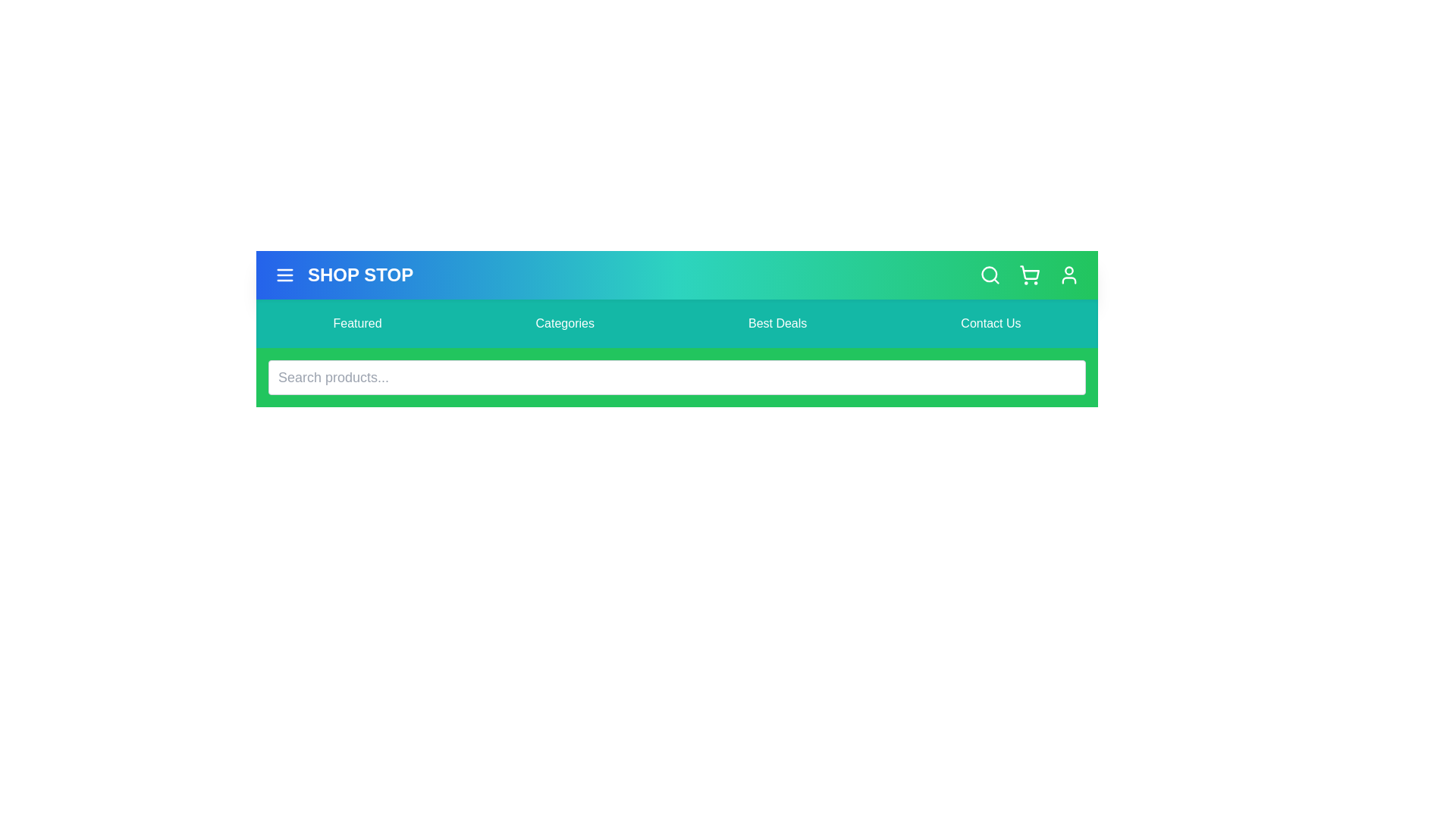  Describe the element at coordinates (777, 323) in the screenshot. I see `the menu item labeled Best Deals in the navigation bar` at that location.